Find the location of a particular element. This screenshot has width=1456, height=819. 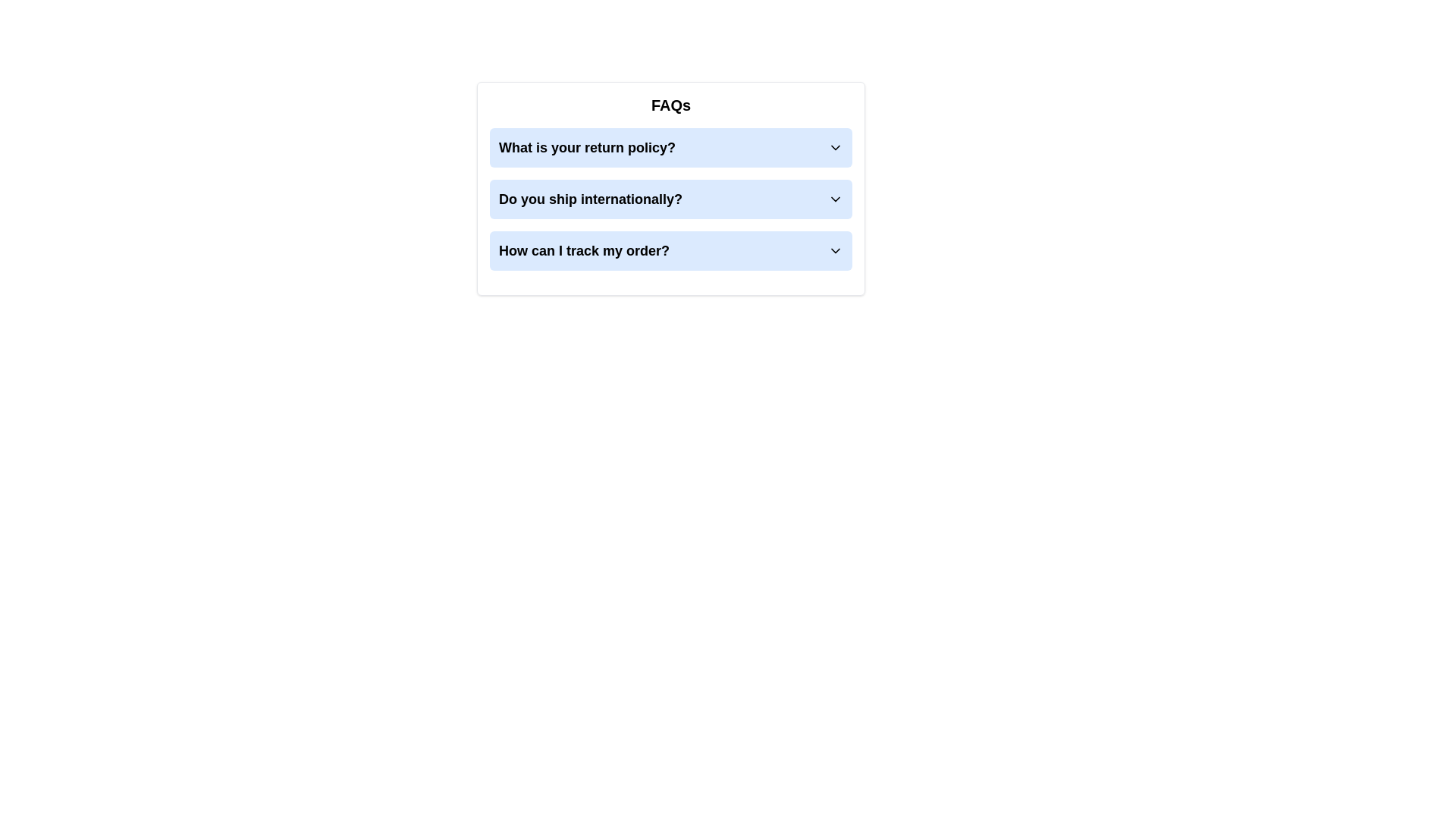

the dropdown indicator or toggle icon located at the right end of the collapsible menu item labeled 'What is your return policy?' is located at coordinates (835, 148).